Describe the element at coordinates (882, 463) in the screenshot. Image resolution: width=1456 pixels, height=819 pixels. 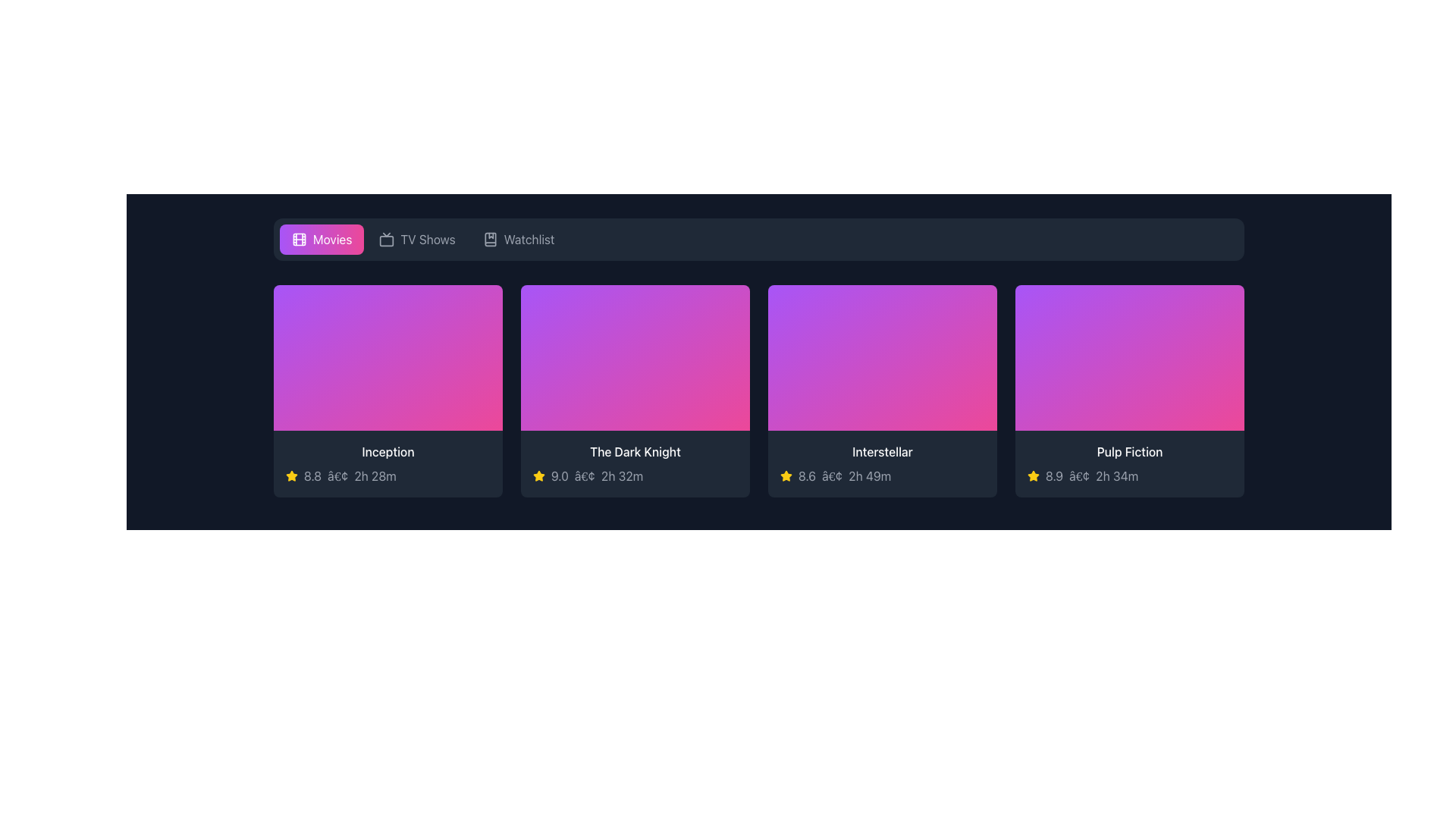
I see `textual information block containing the title and additional information for the movie 'Interstellar', which is prominently displayed in white text along with details about the movie's rating and duration in light gray text, located at the bottom of the card` at that location.